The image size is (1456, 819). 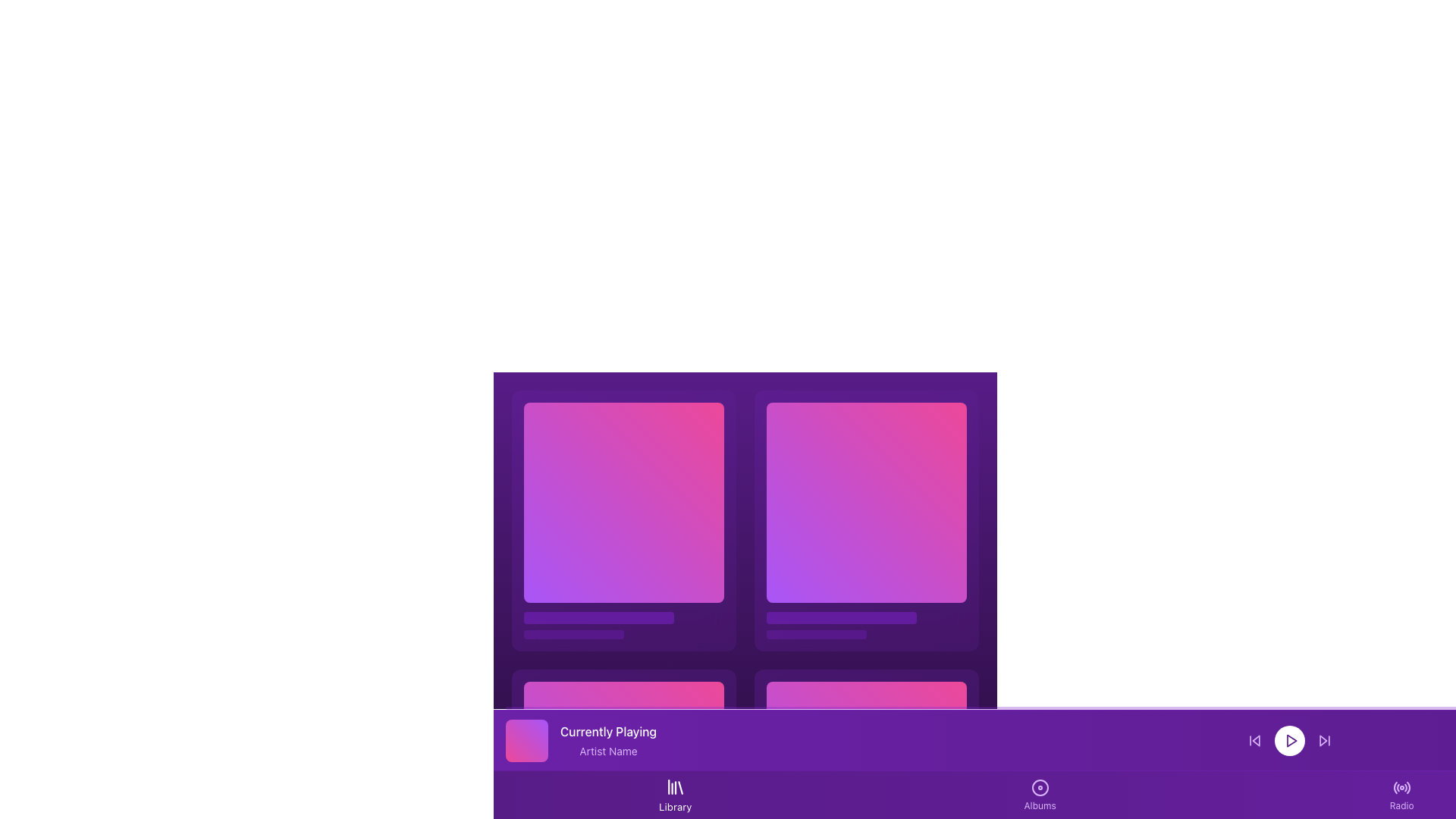 I want to click on the progress bar, which is a thin, horizontal, rounded bar with a partially transparent purple color, located at the bottom of the top-right content section, so click(x=840, y=617).